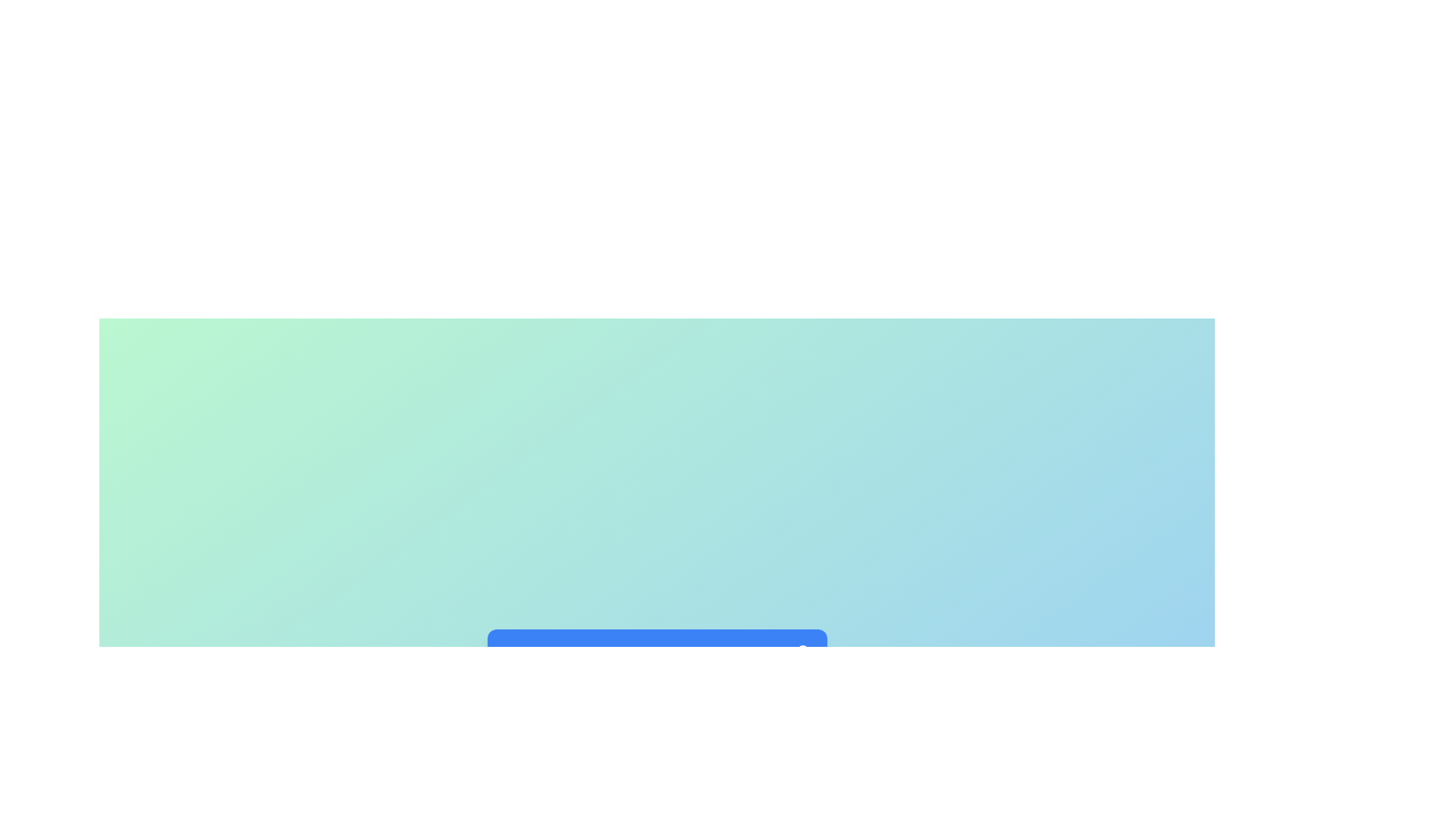  Describe the element at coordinates (657, 707) in the screenshot. I see `the status icon of the Notification item indicating that a system update has successfully completed, which is the first item in a vertical list of notifications` at that location.